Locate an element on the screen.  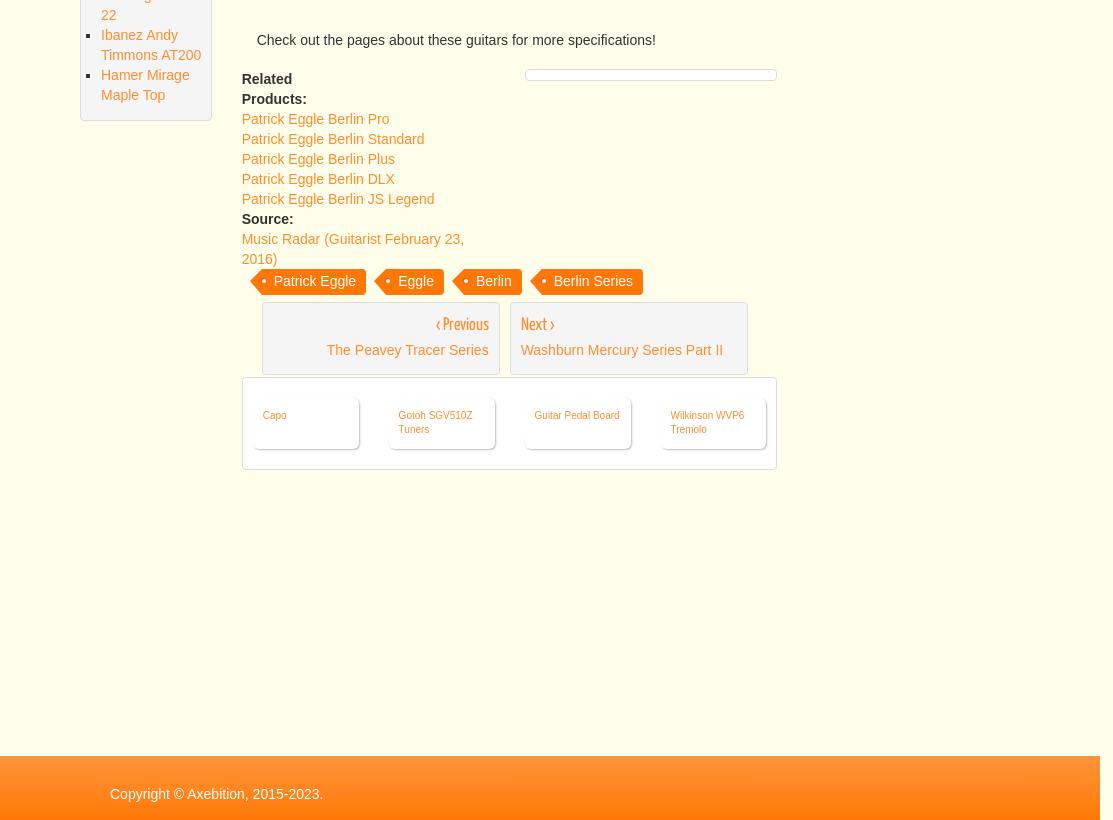
'Music Radar (Guitarist February 23, 2016)' is located at coordinates (352, 537).